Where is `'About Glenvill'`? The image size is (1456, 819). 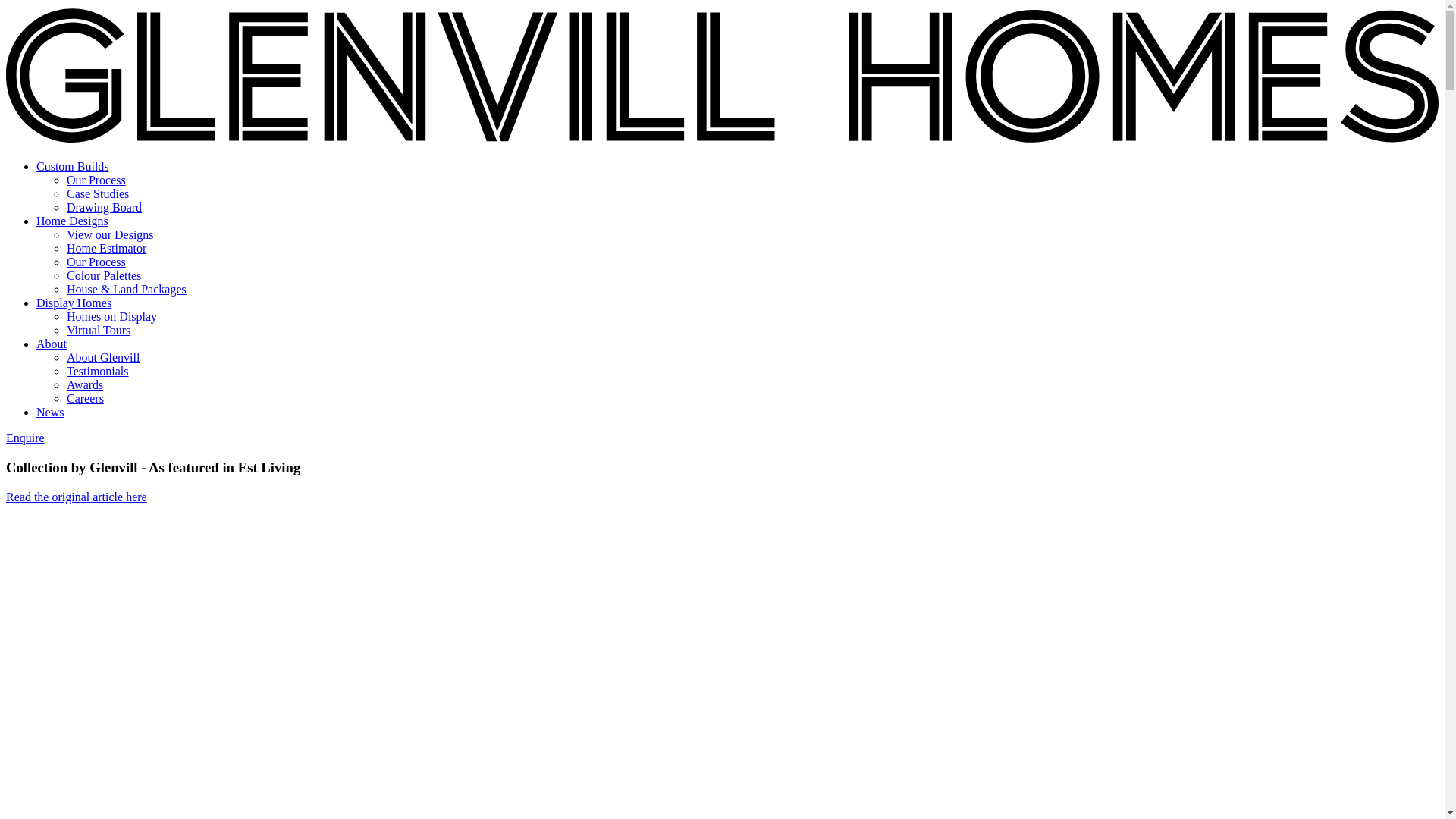 'About Glenvill' is located at coordinates (65, 357).